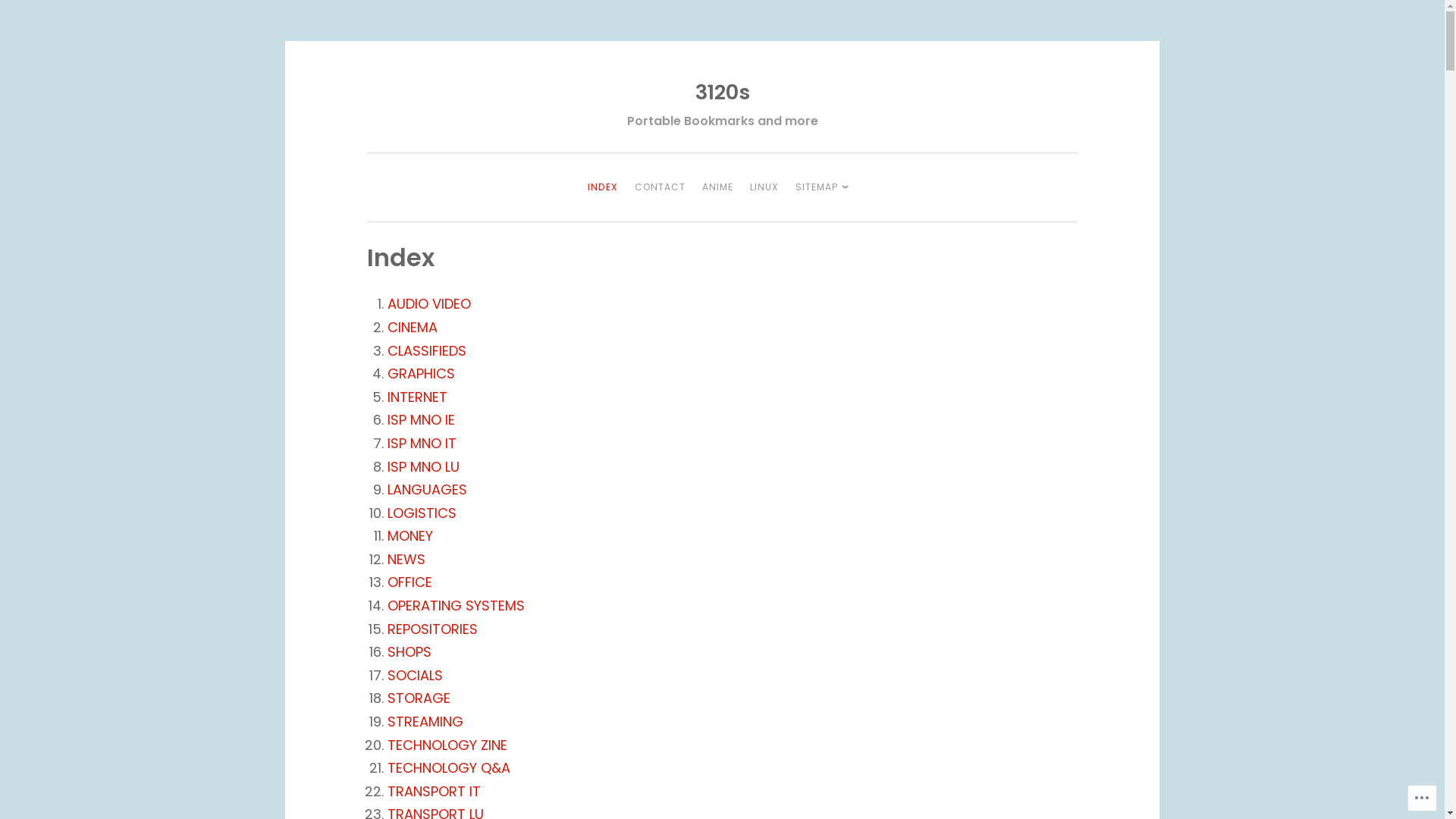  What do you see at coordinates (455, 604) in the screenshot?
I see `'OPERATING SYSTEMS'` at bounding box center [455, 604].